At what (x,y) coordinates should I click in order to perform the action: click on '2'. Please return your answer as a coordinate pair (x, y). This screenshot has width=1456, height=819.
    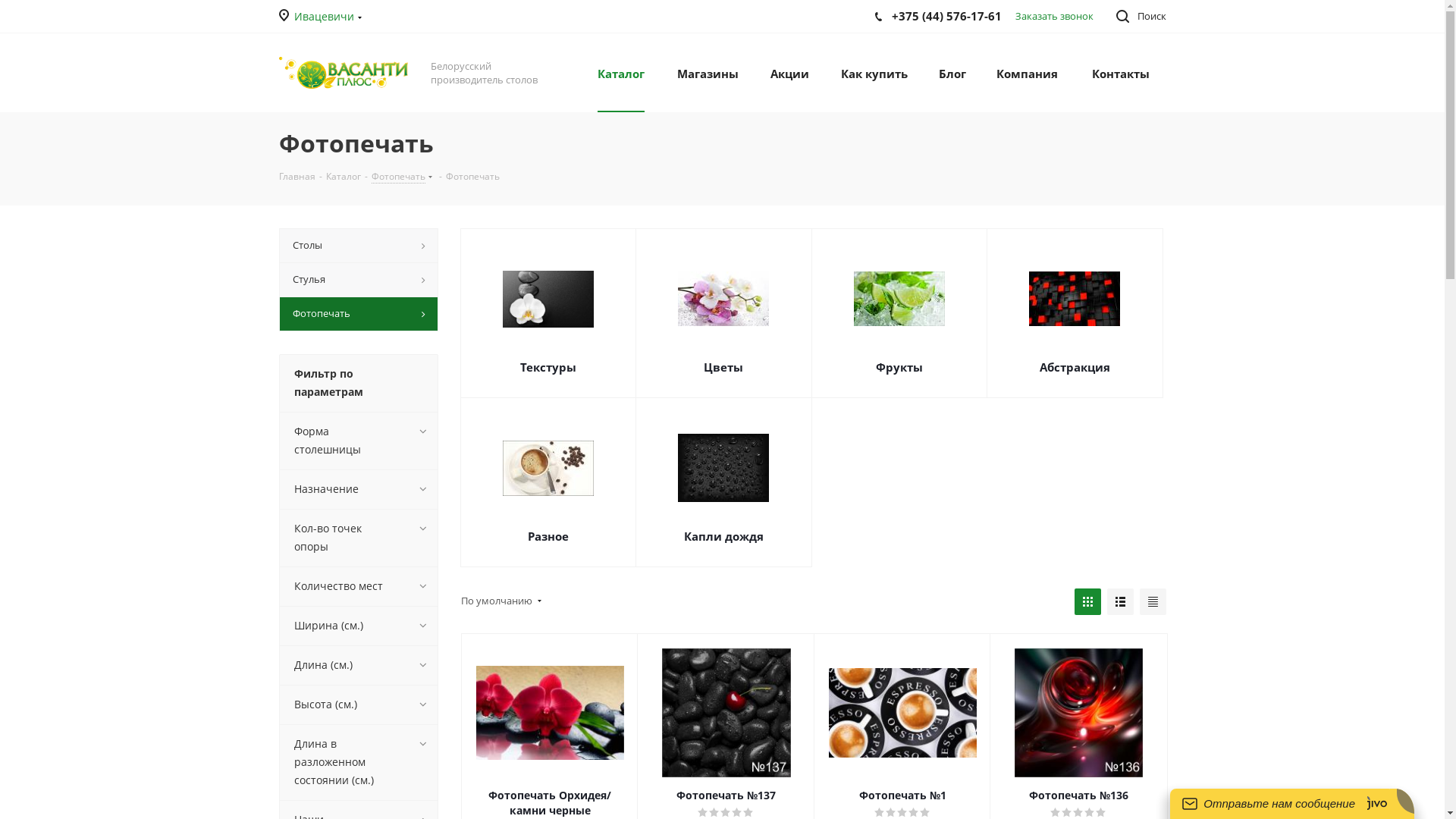
    Looking at the image, I should click on (708, 812).